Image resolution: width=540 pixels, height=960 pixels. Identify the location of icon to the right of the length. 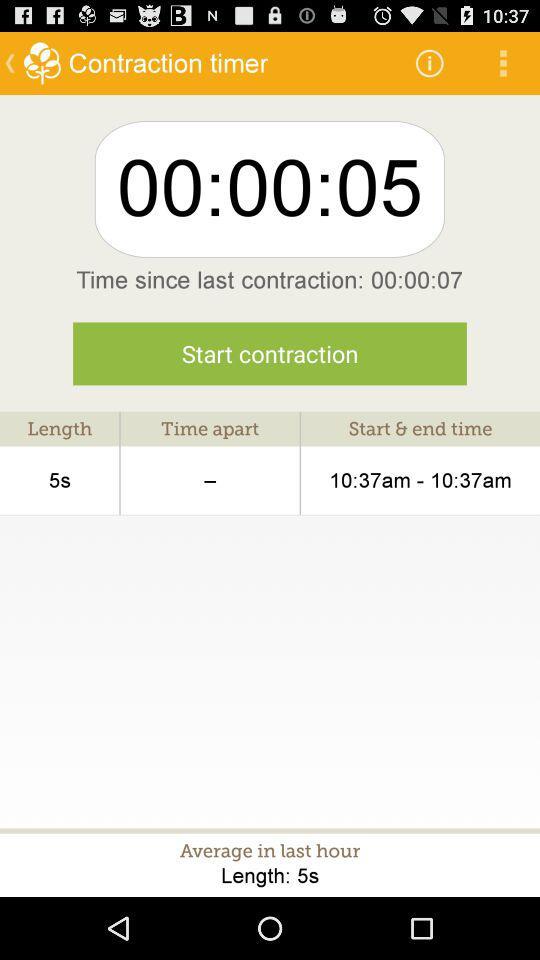
(209, 480).